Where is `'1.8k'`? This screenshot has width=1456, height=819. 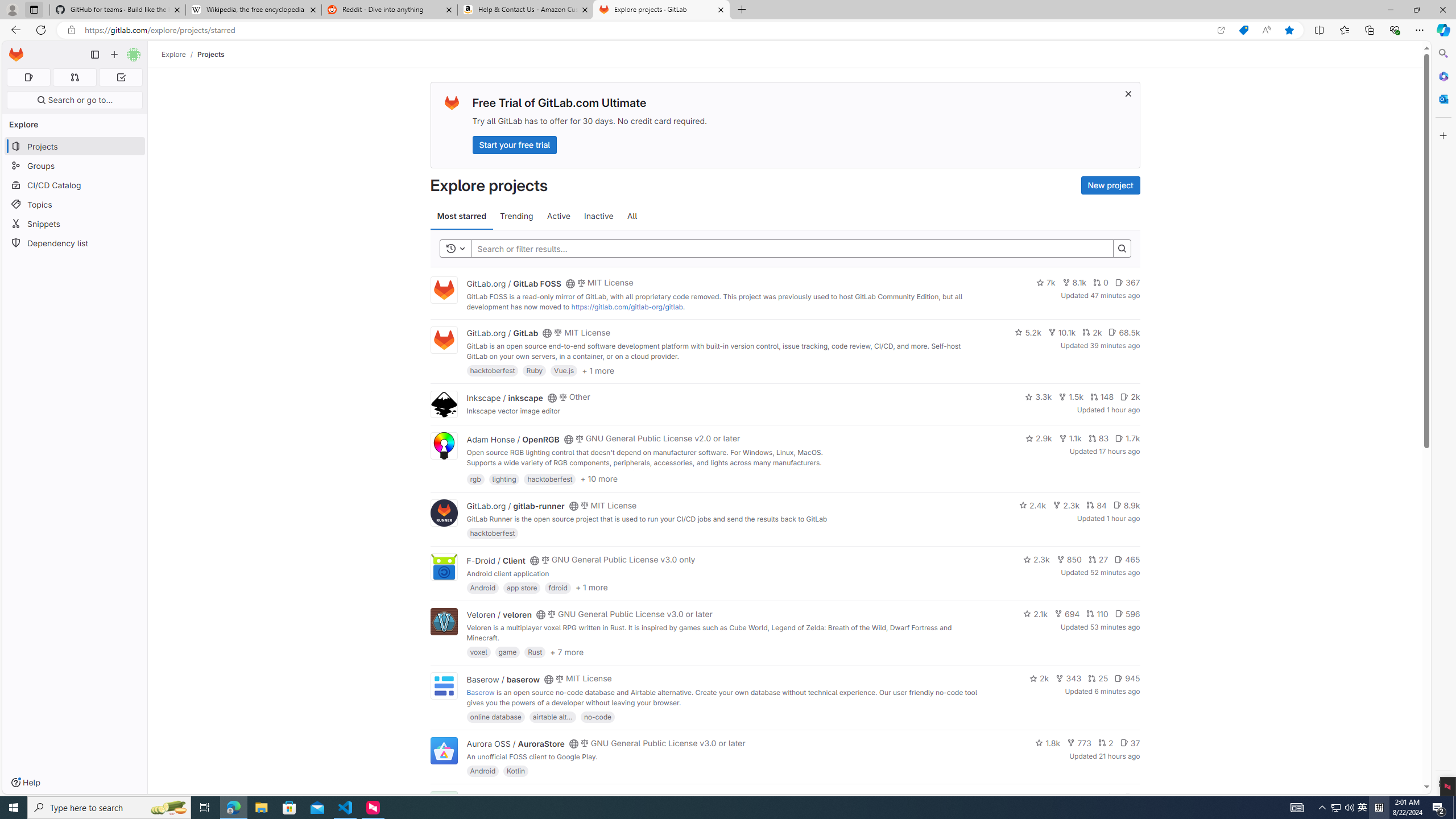
'1.8k' is located at coordinates (1048, 742).